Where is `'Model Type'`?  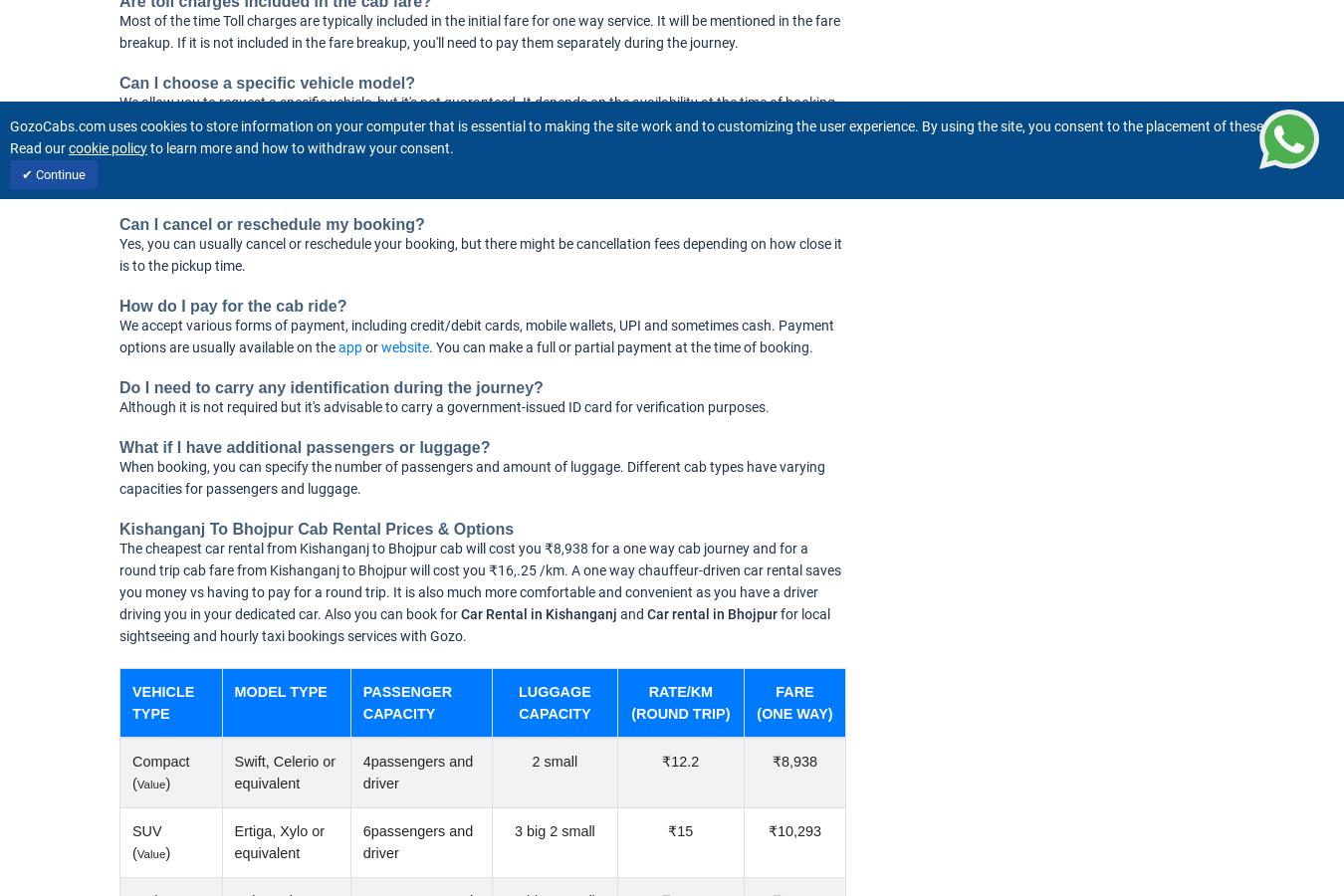 'Model Type' is located at coordinates (279, 690).